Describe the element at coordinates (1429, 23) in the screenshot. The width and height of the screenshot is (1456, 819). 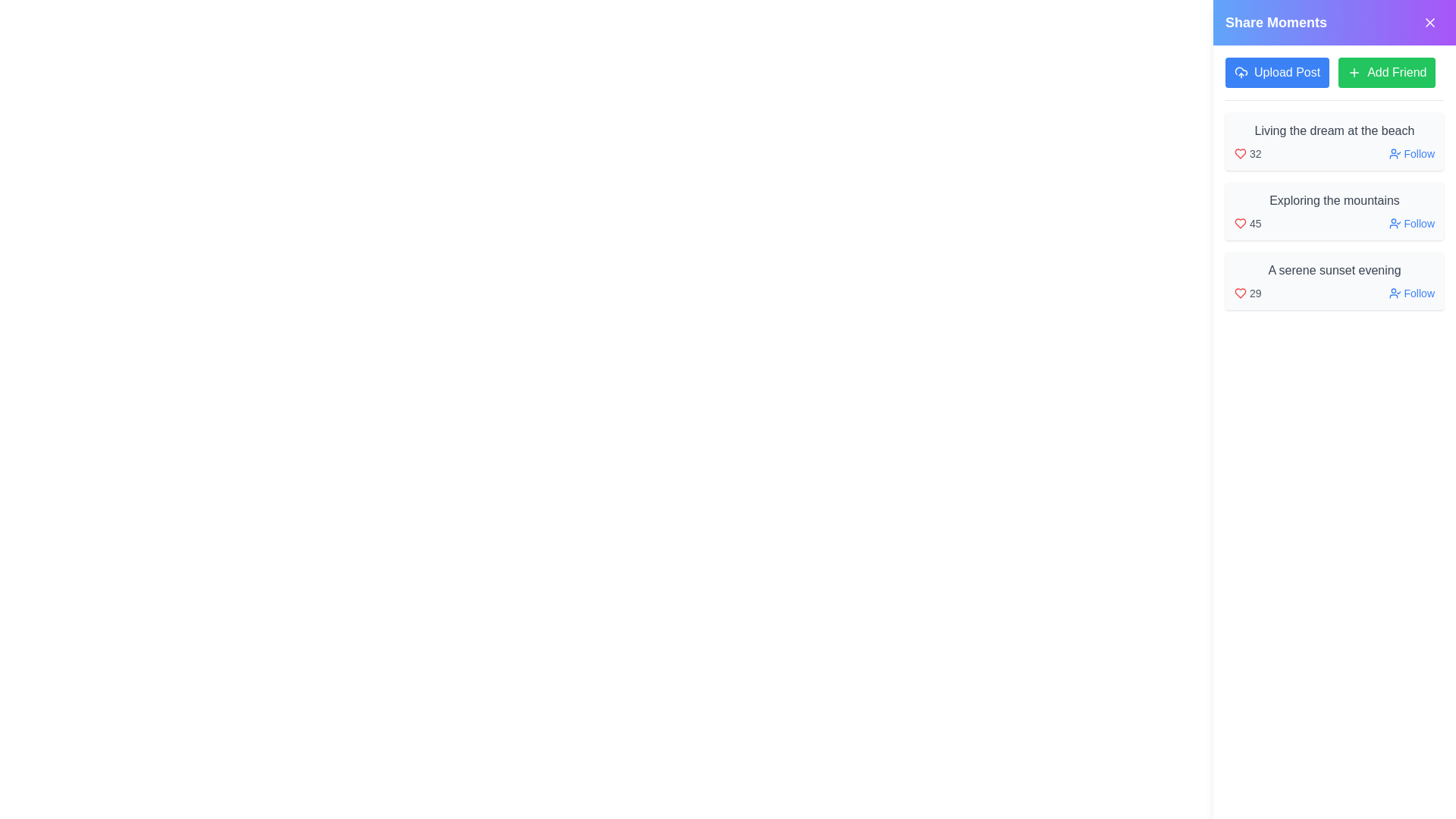
I see `the close button located in the top-right corner of the header bar that contains the text 'Share Moments' and has a gradient background from blue to purple for visual feedback` at that location.